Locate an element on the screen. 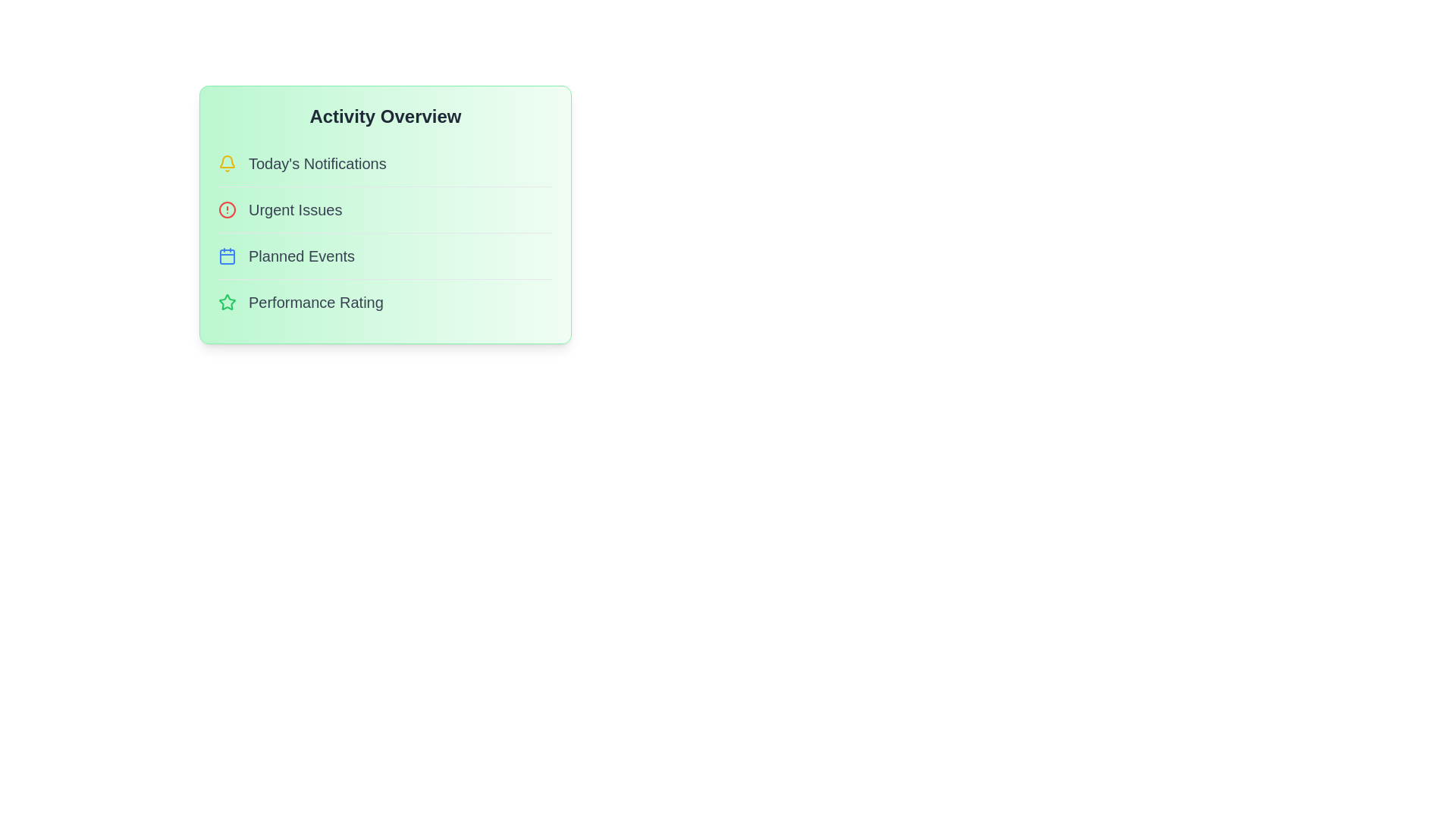 Image resolution: width=1456 pixels, height=819 pixels. the star icon with a green outline that is located to the left of the 'Performance Rating' text in the fourth row of the vertical list within the 'Activity Overview' panel is located at coordinates (226, 302).